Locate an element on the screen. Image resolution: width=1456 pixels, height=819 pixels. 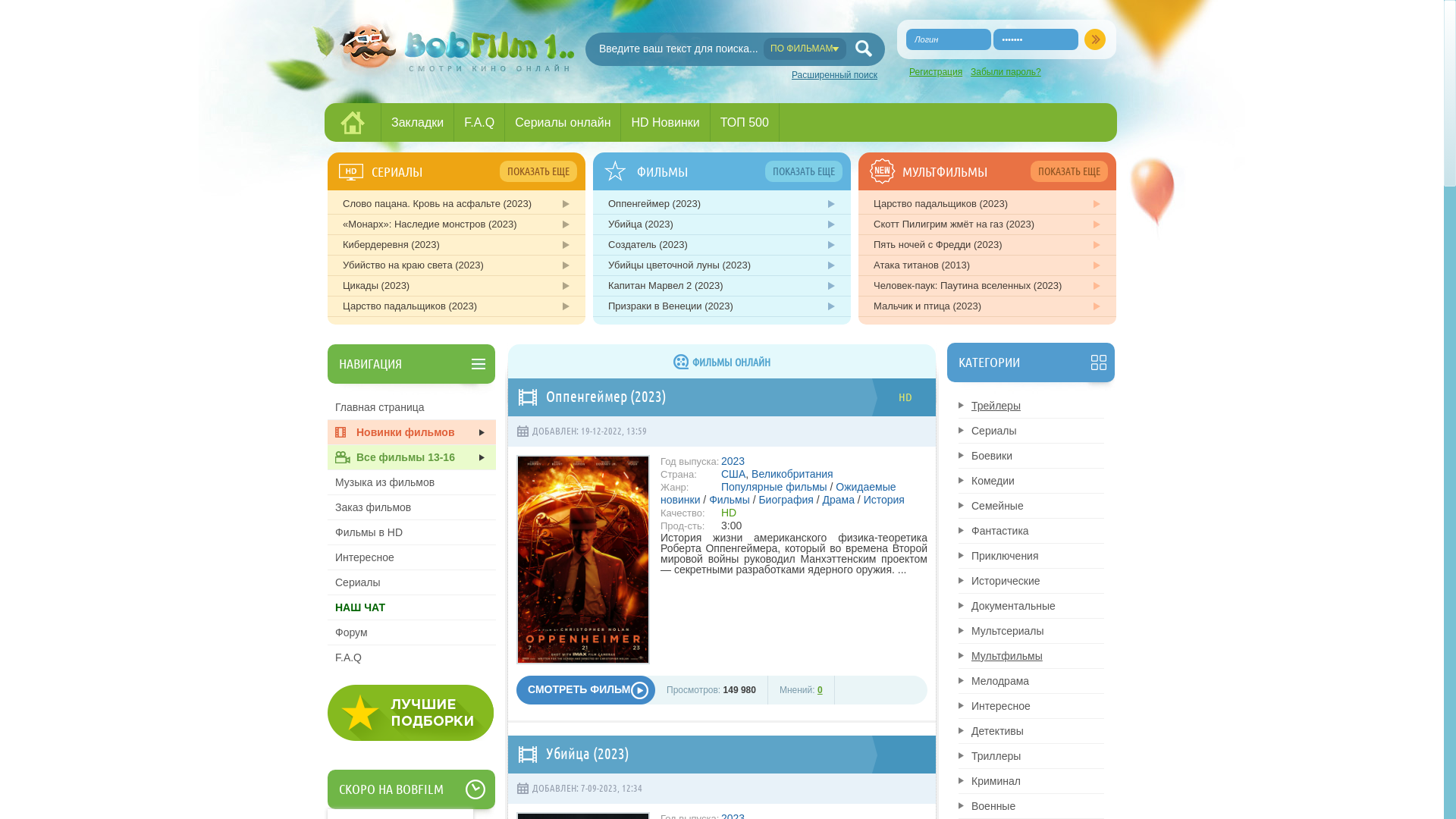
'F.A.Q' is located at coordinates (453, 121).